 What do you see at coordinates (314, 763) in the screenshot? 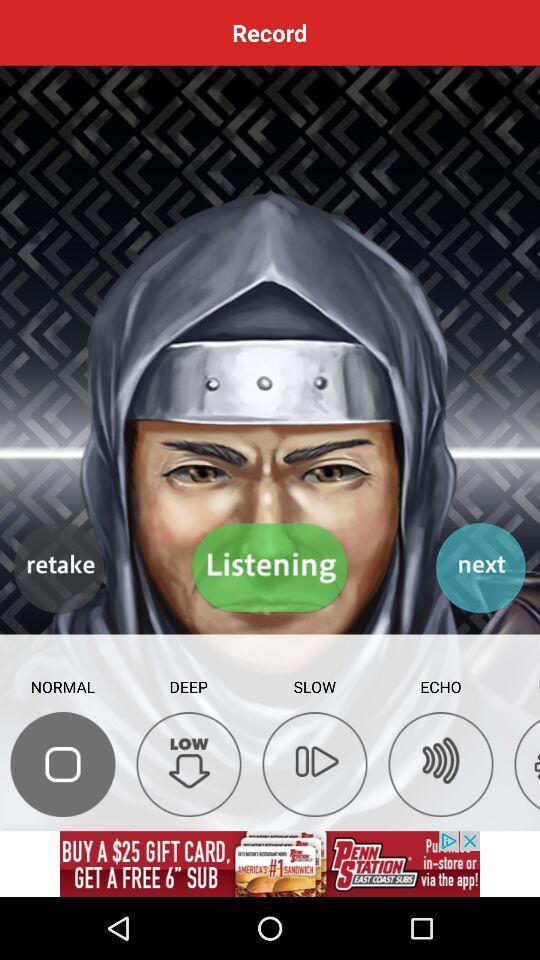
I see `slow down the sound` at bounding box center [314, 763].